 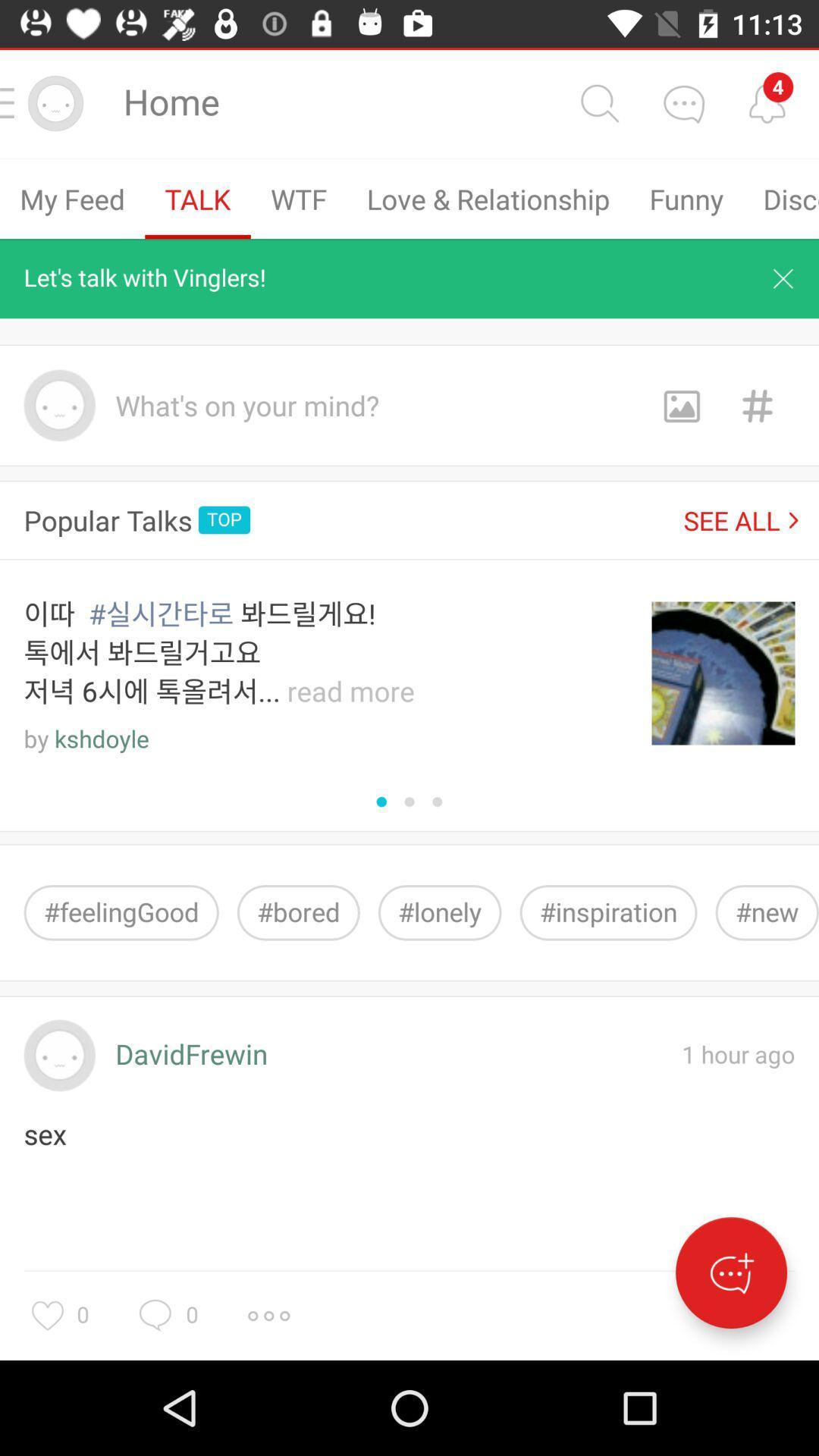 What do you see at coordinates (767, 102) in the screenshot?
I see `notifications` at bounding box center [767, 102].